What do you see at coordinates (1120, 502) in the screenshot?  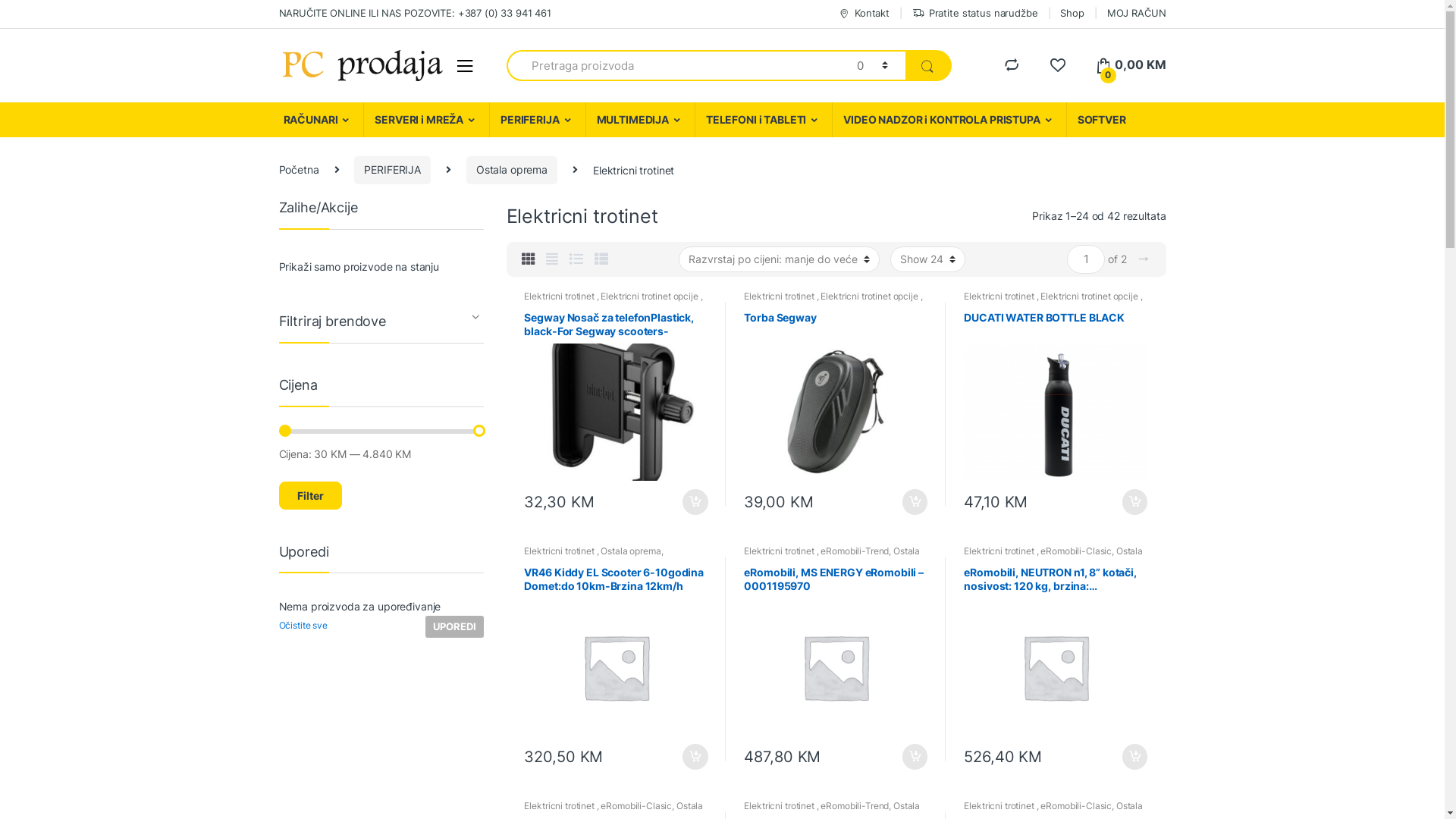 I see `'Dodaj u korpu'` at bounding box center [1120, 502].